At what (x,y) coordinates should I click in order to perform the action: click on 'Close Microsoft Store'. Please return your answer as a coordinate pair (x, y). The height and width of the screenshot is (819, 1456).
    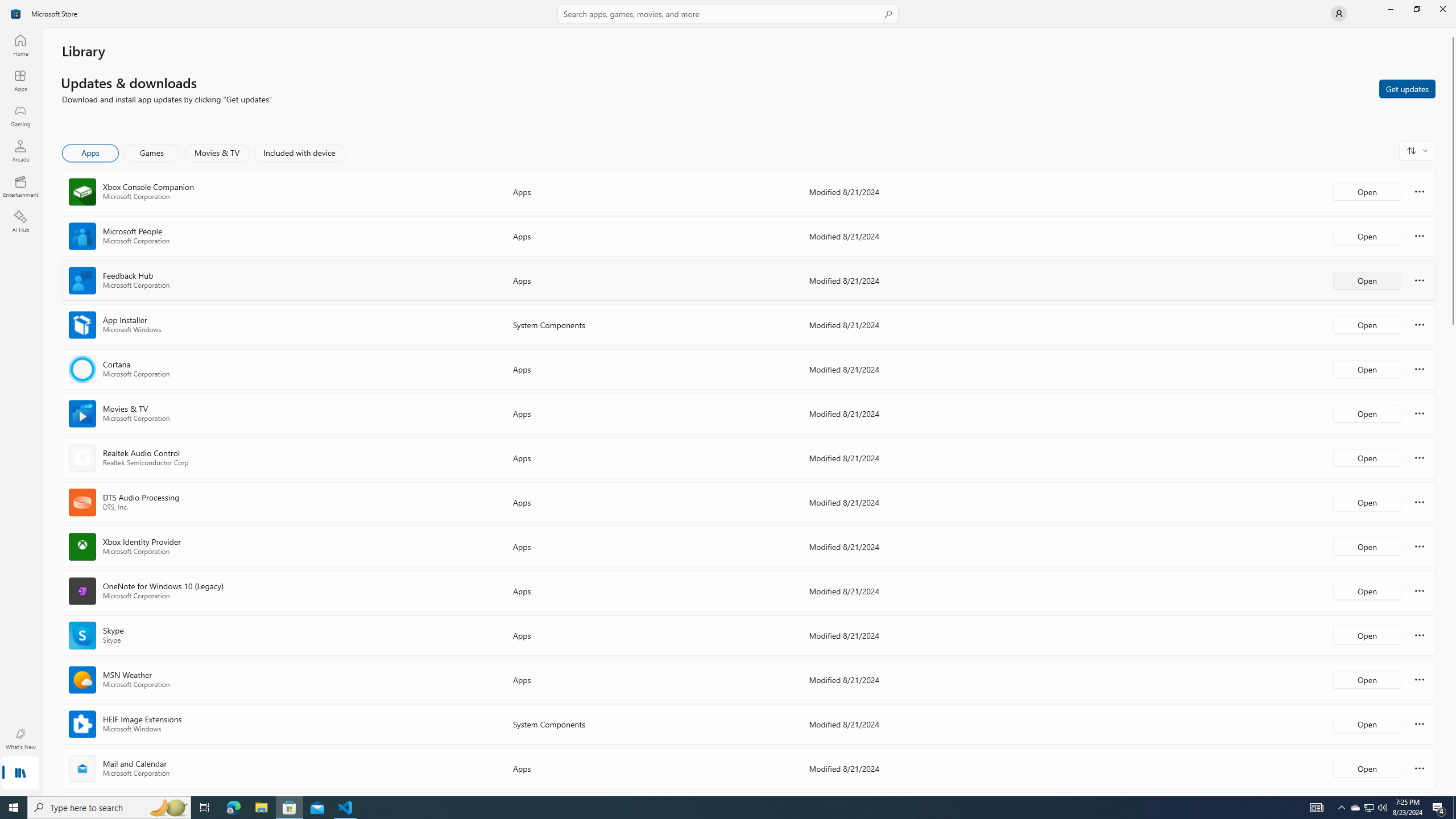
    Looking at the image, I should click on (1442, 9).